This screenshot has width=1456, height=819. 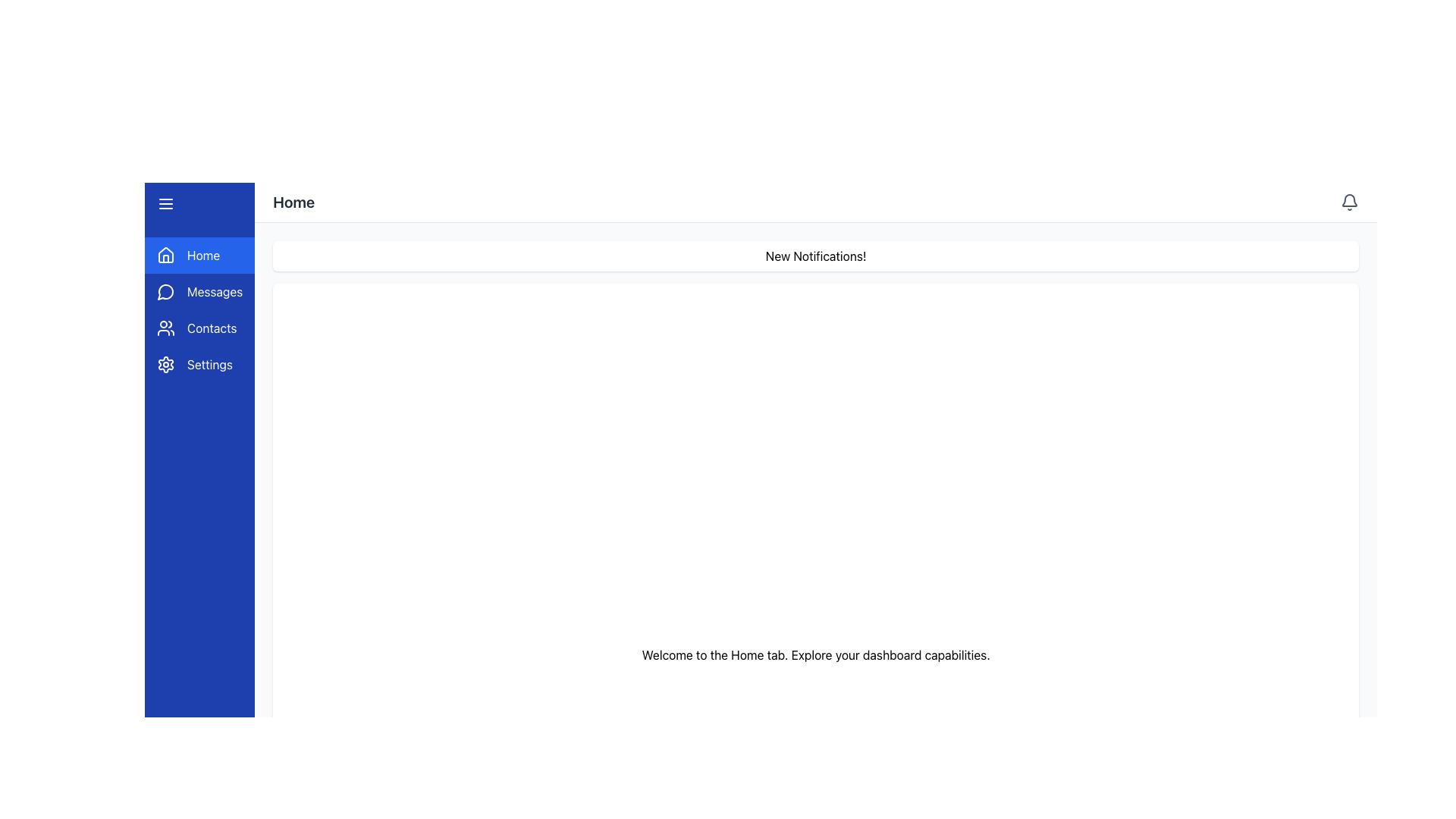 What do you see at coordinates (166, 365) in the screenshot?
I see `the gear icon located in the left vertical sidebar, within the 'Settings' row` at bounding box center [166, 365].